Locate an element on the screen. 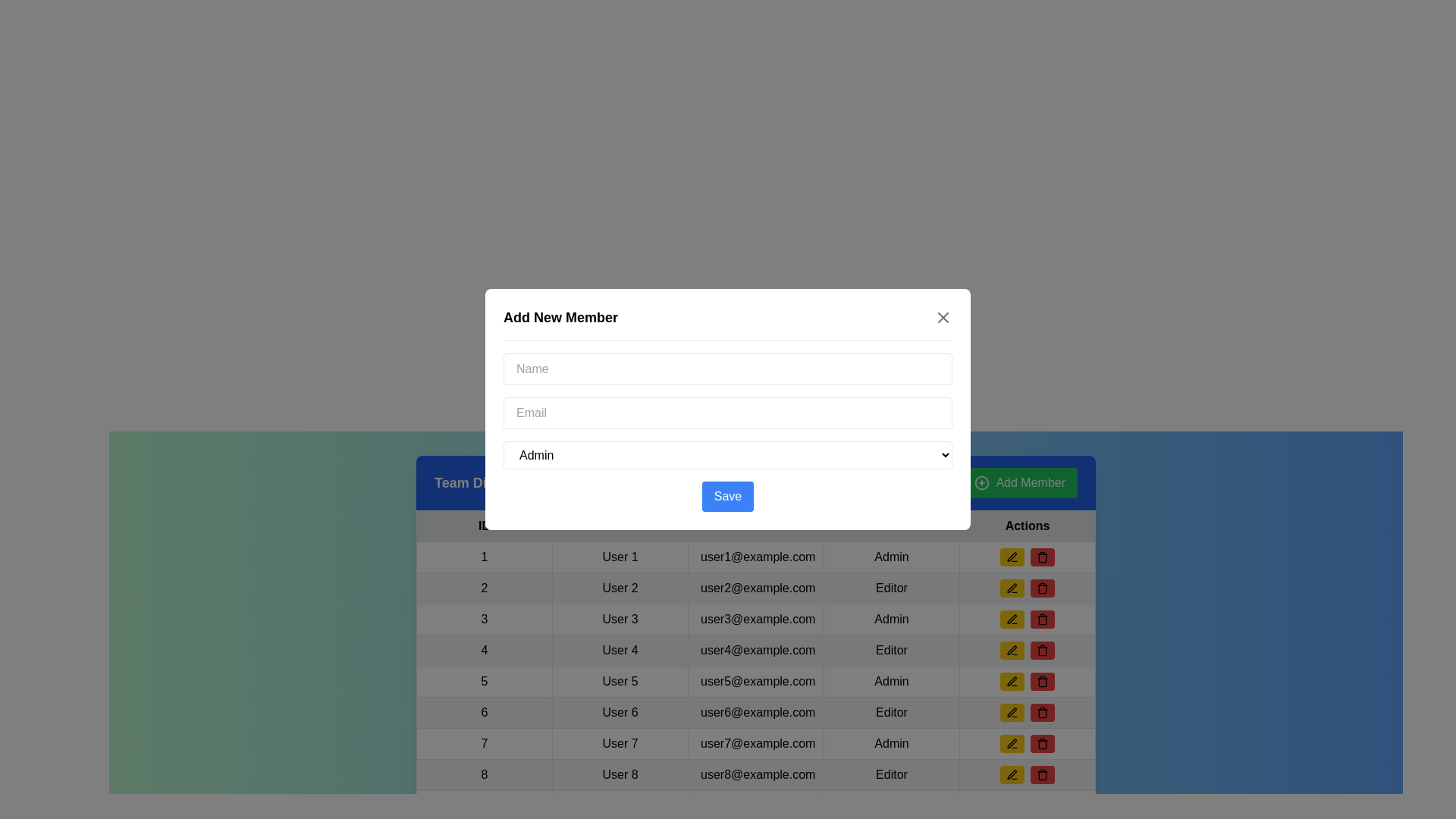 This screenshot has width=1456, height=819. the 'Edit' icon button located in the 'Actions' column of the first row in the table is located at coordinates (1012, 557).